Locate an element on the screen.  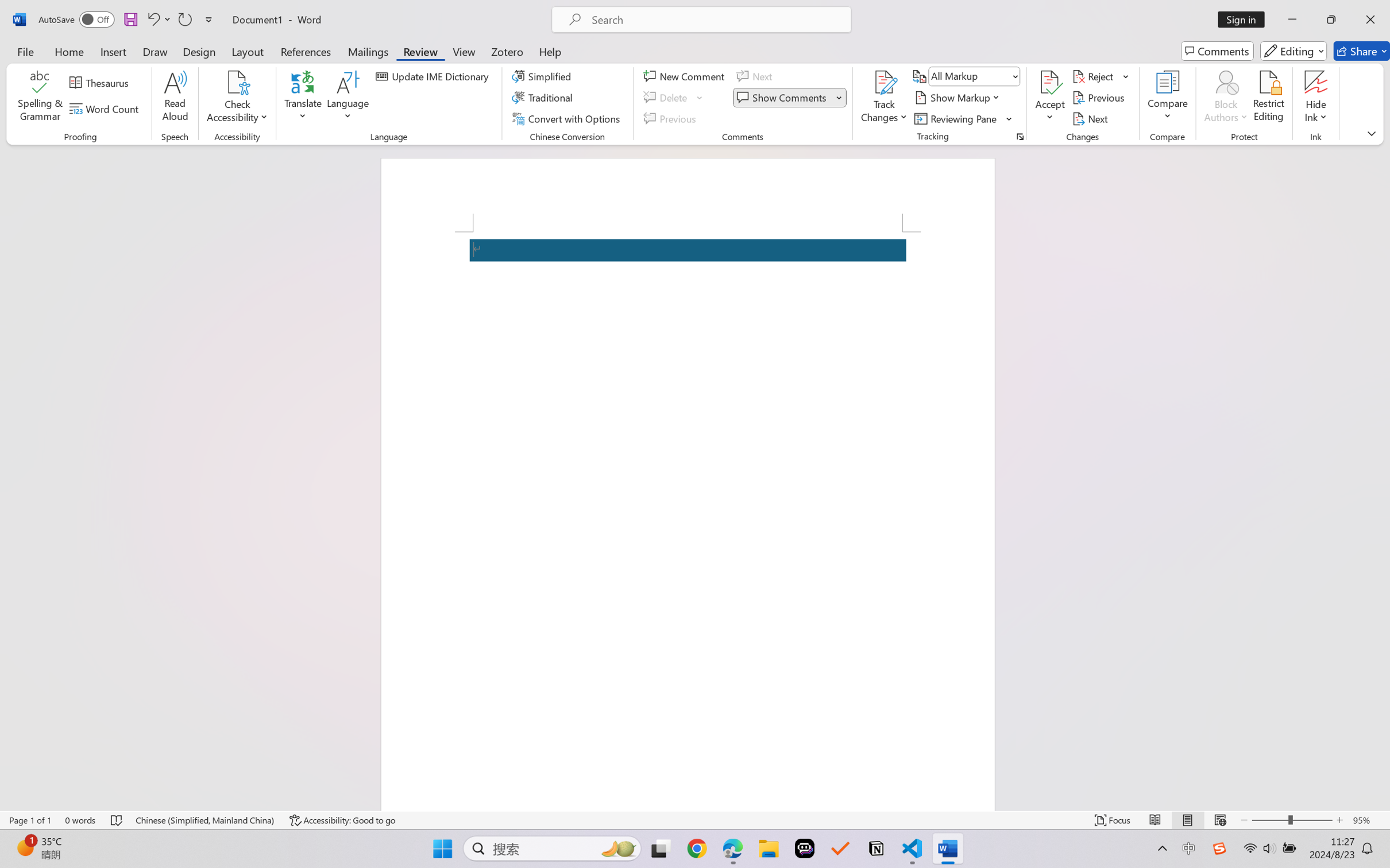
'Block Authors' is located at coordinates (1225, 98).